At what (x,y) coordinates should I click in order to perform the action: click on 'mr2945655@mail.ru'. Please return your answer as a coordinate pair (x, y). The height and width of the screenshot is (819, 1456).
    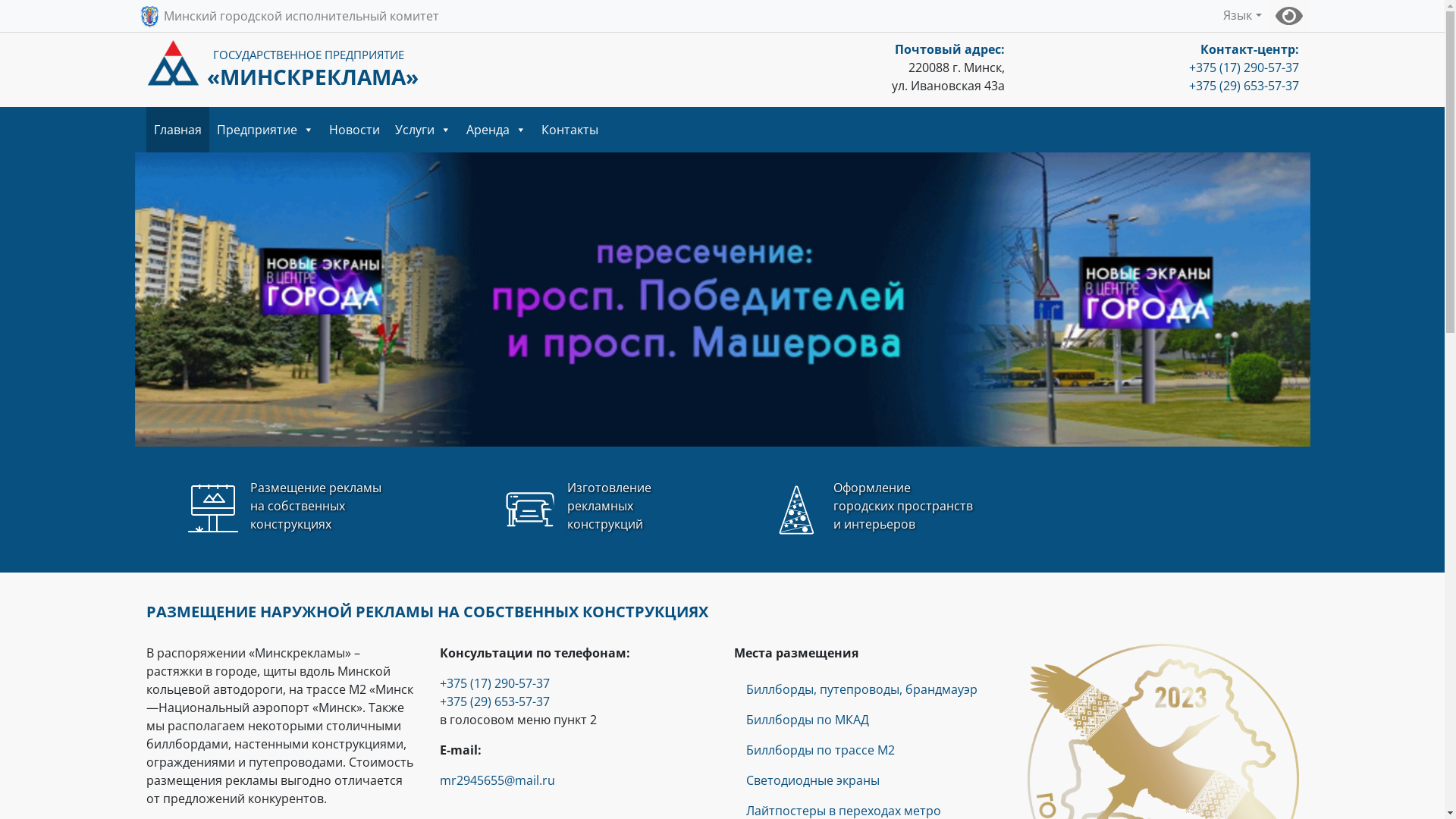
    Looking at the image, I should click on (497, 780).